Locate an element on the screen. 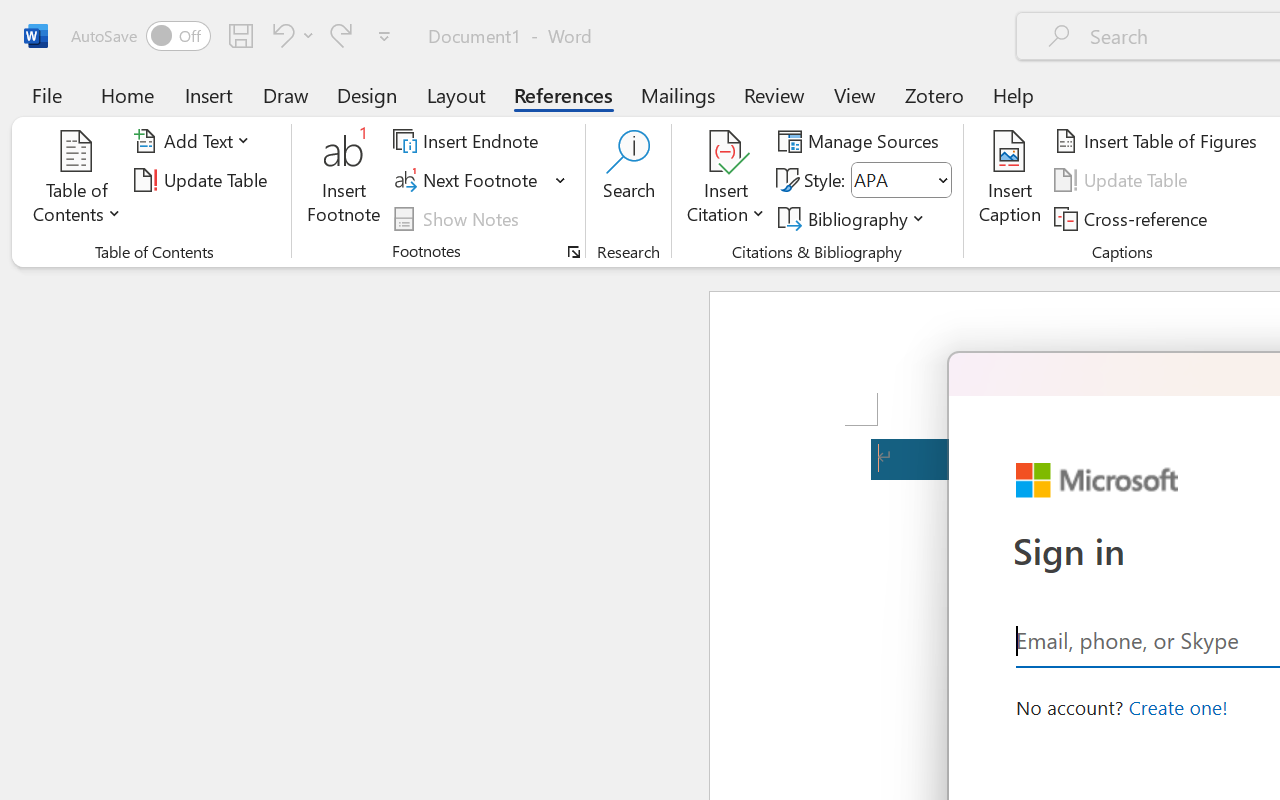 This screenshot has width=1280, height=800. 'Undo Apply Quick Style Set' is located at coordinates (289, 34).